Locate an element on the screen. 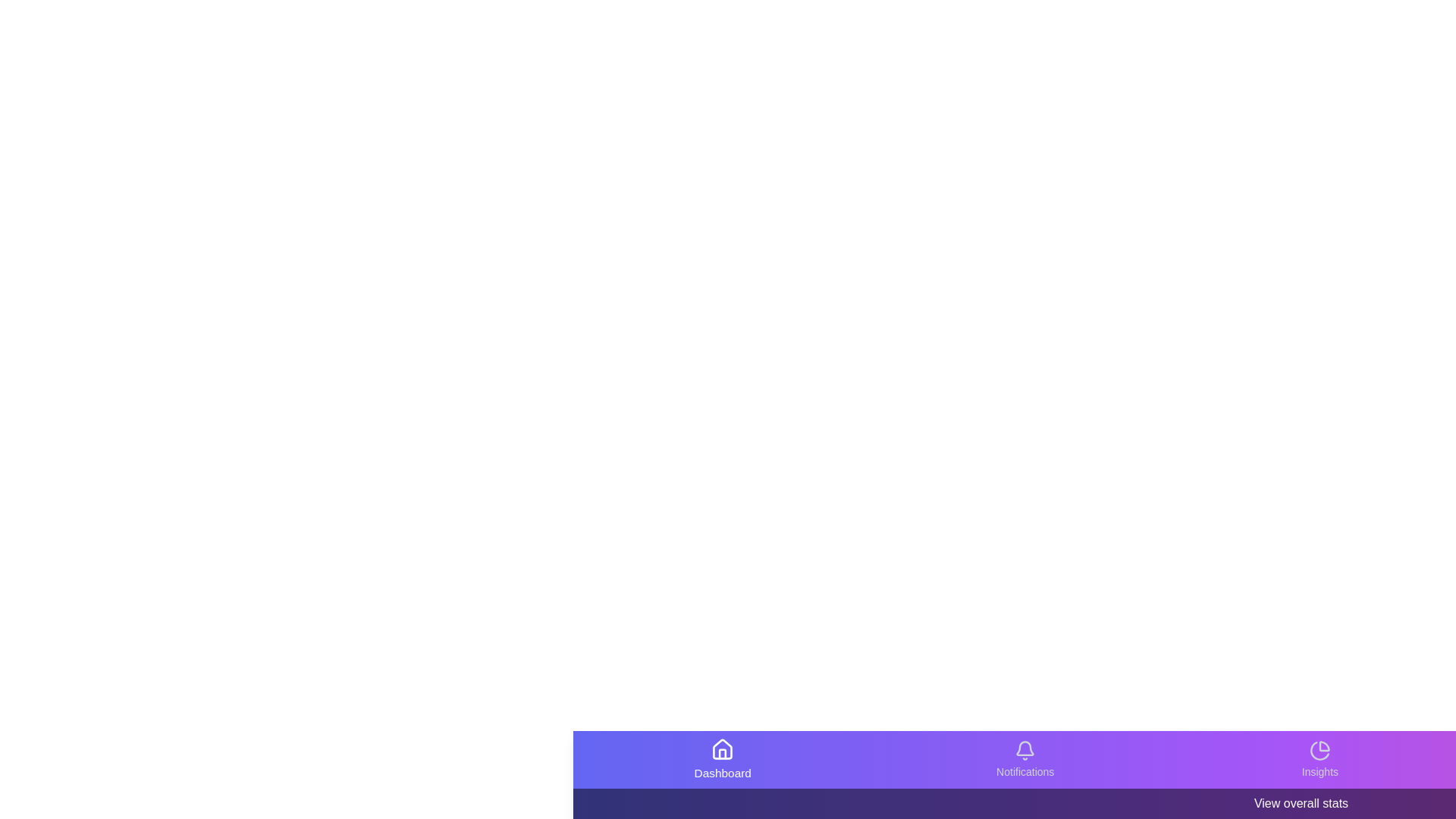 The image size is (1456, 819). the Notifications icon in the bottom navigation bar is located at coordinates (1025, 760).